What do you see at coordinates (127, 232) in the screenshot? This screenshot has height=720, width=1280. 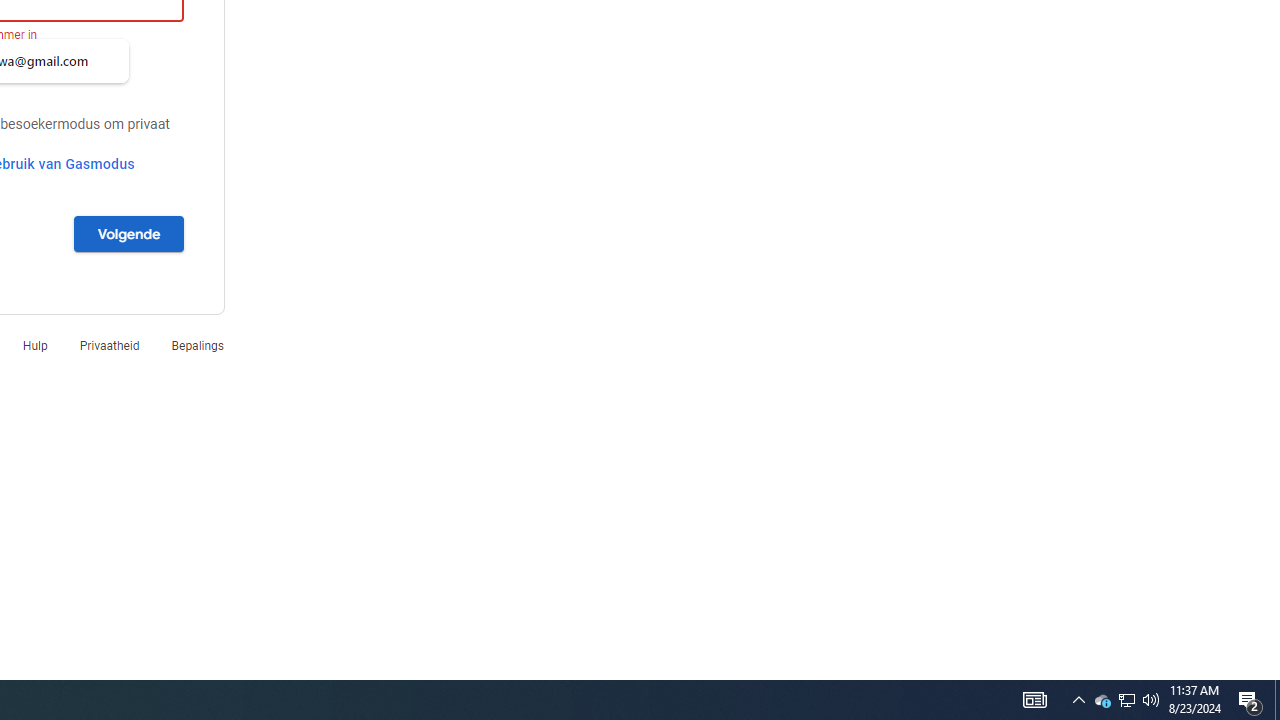 I see `'Volgende'` at bounding box center [127, 232].